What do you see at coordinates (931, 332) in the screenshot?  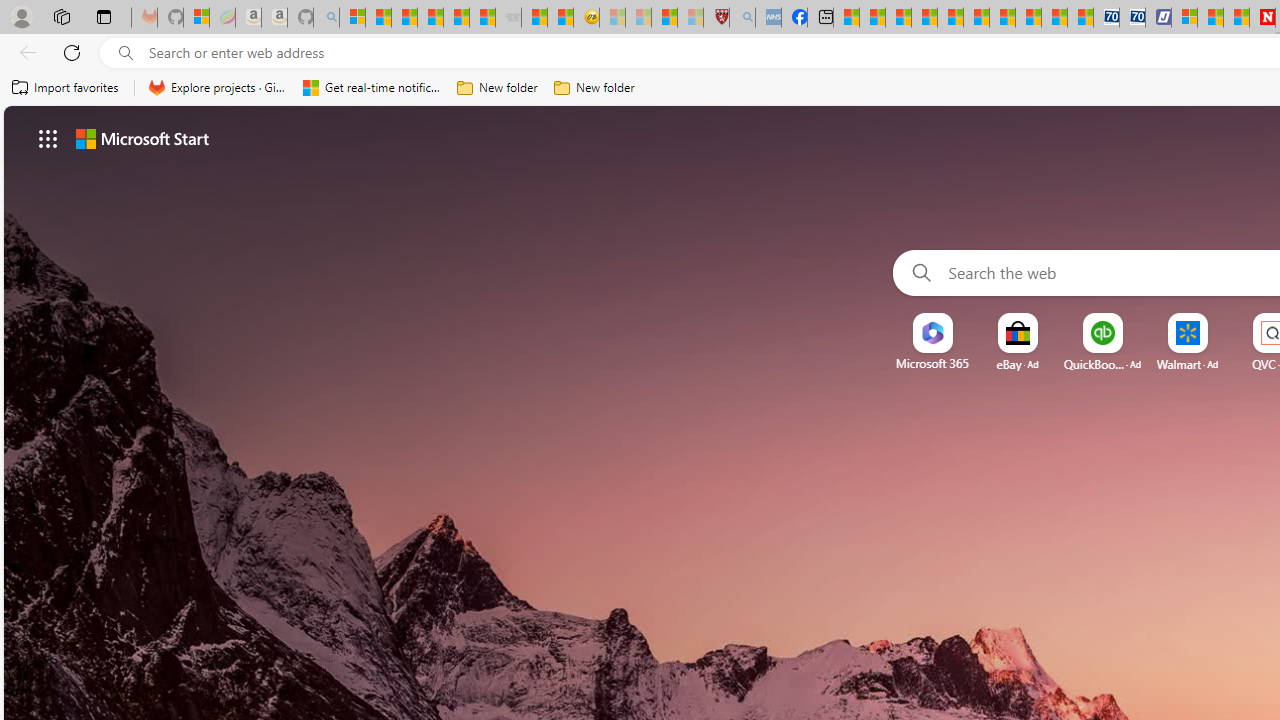 I see `'To get missing image descriptions, open the context menu.'` at bounding box center [931, 332].